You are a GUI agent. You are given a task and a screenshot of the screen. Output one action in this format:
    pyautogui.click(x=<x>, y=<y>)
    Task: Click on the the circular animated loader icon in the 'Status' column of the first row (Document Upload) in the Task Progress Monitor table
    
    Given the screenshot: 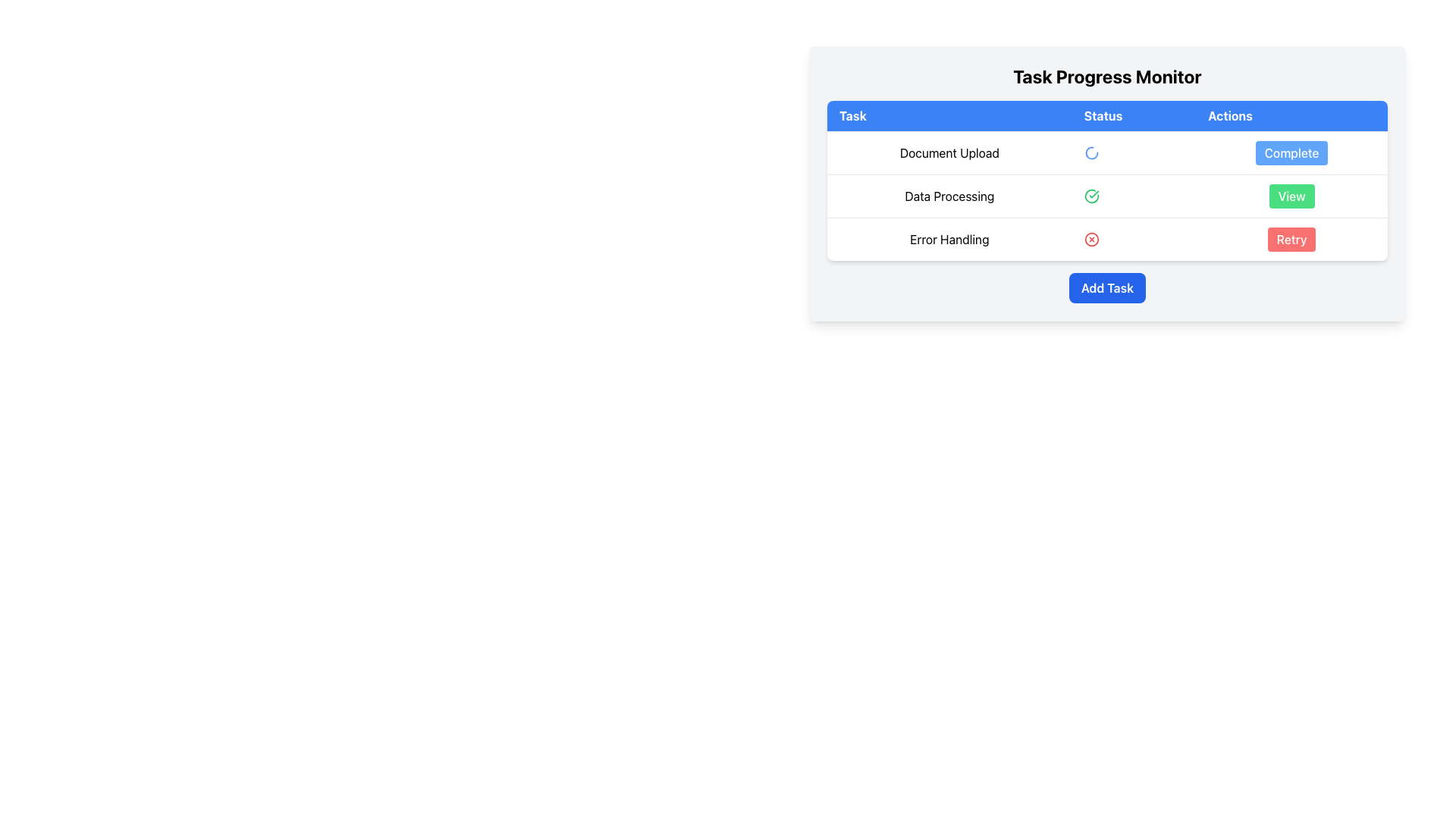 What is the action you would take?
    pyautogui.click(x=1090, y=152)
    